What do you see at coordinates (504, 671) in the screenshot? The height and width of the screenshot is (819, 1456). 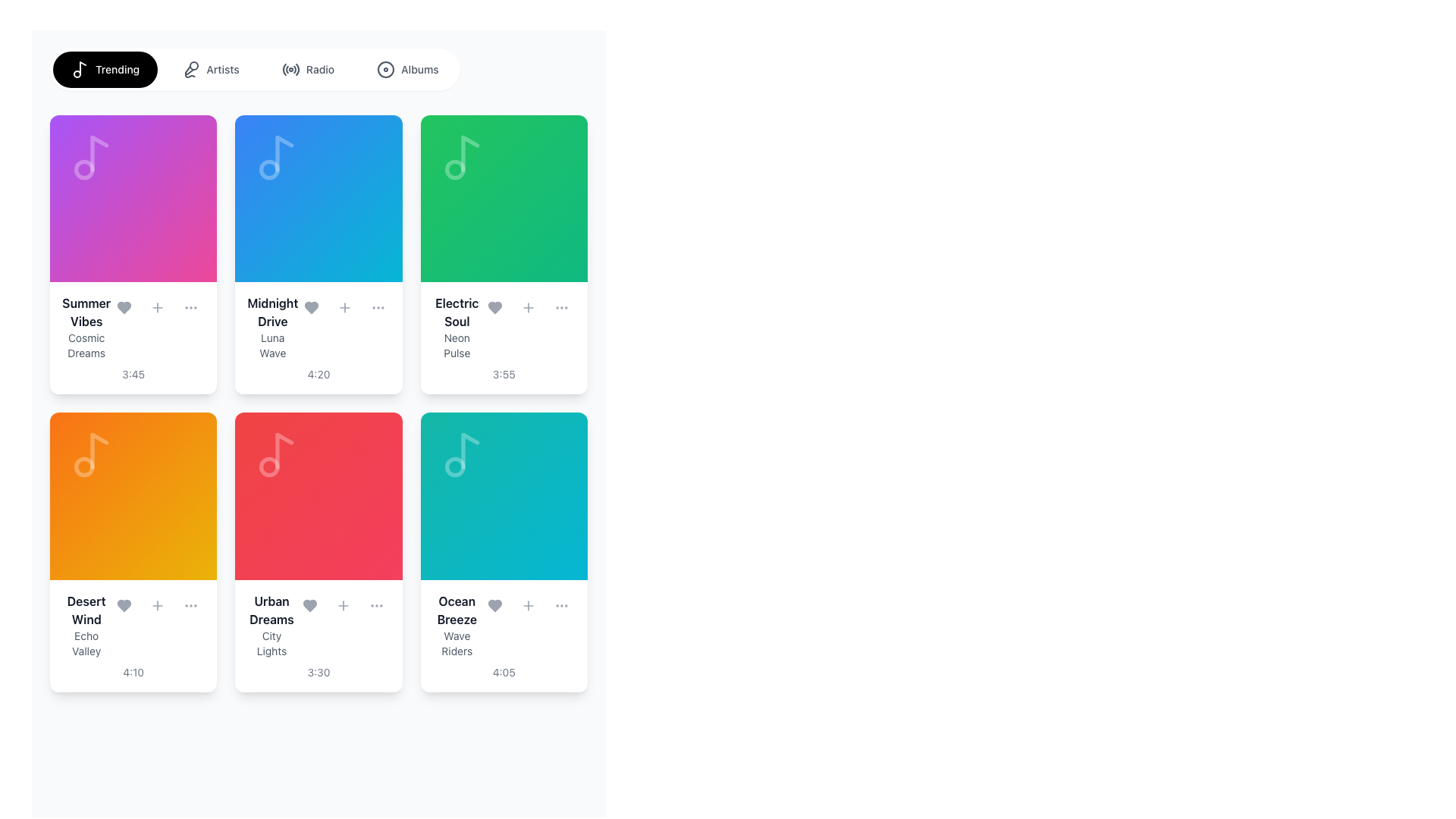 I see `small gray text label displaying '4:05' located at the bottom of the 'Ocean Breeze' card in the grid layout` at bounding box center [504, 671].